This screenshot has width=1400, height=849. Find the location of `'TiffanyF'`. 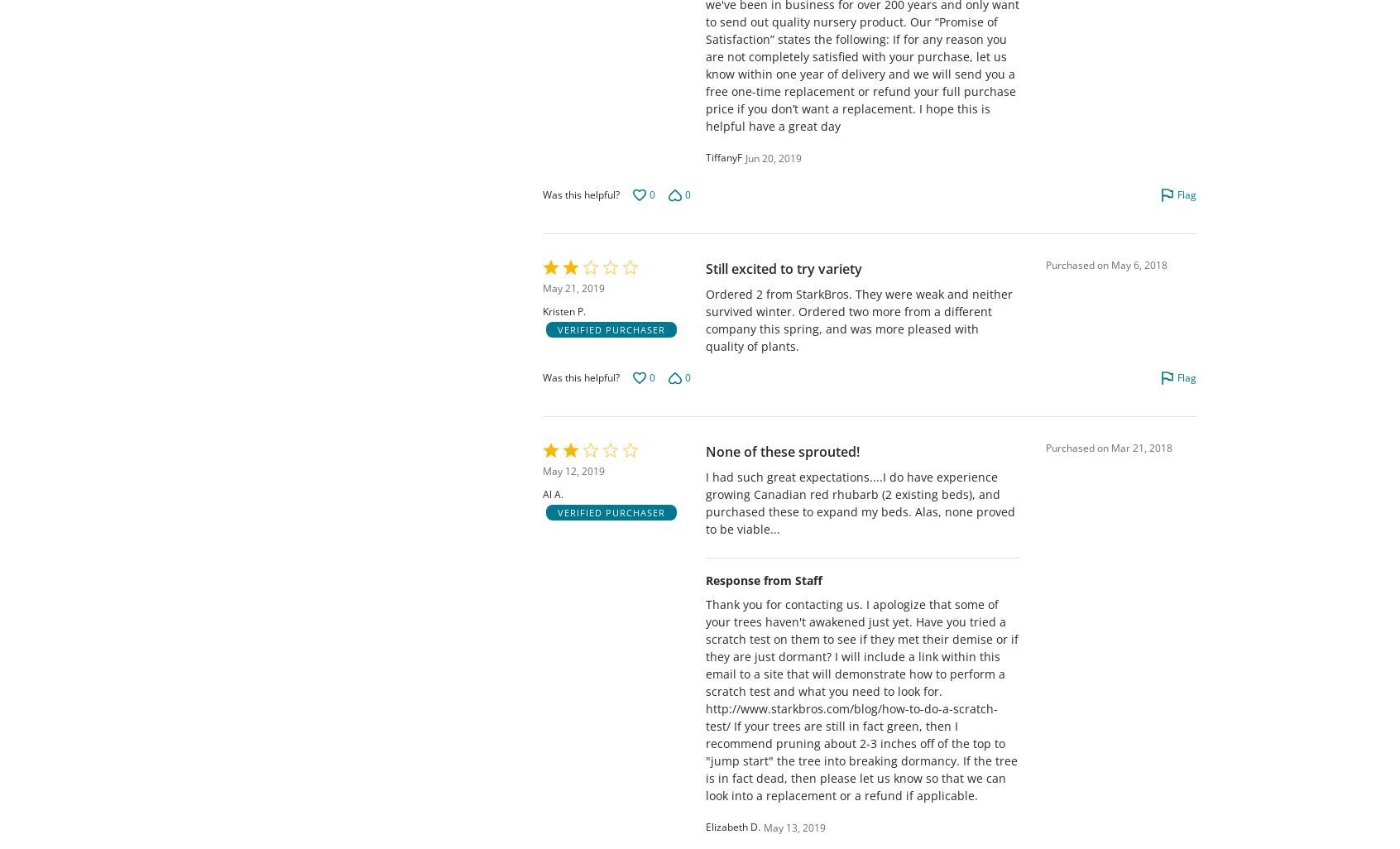

'TiffanyF' is located at coordinates (722, 156).